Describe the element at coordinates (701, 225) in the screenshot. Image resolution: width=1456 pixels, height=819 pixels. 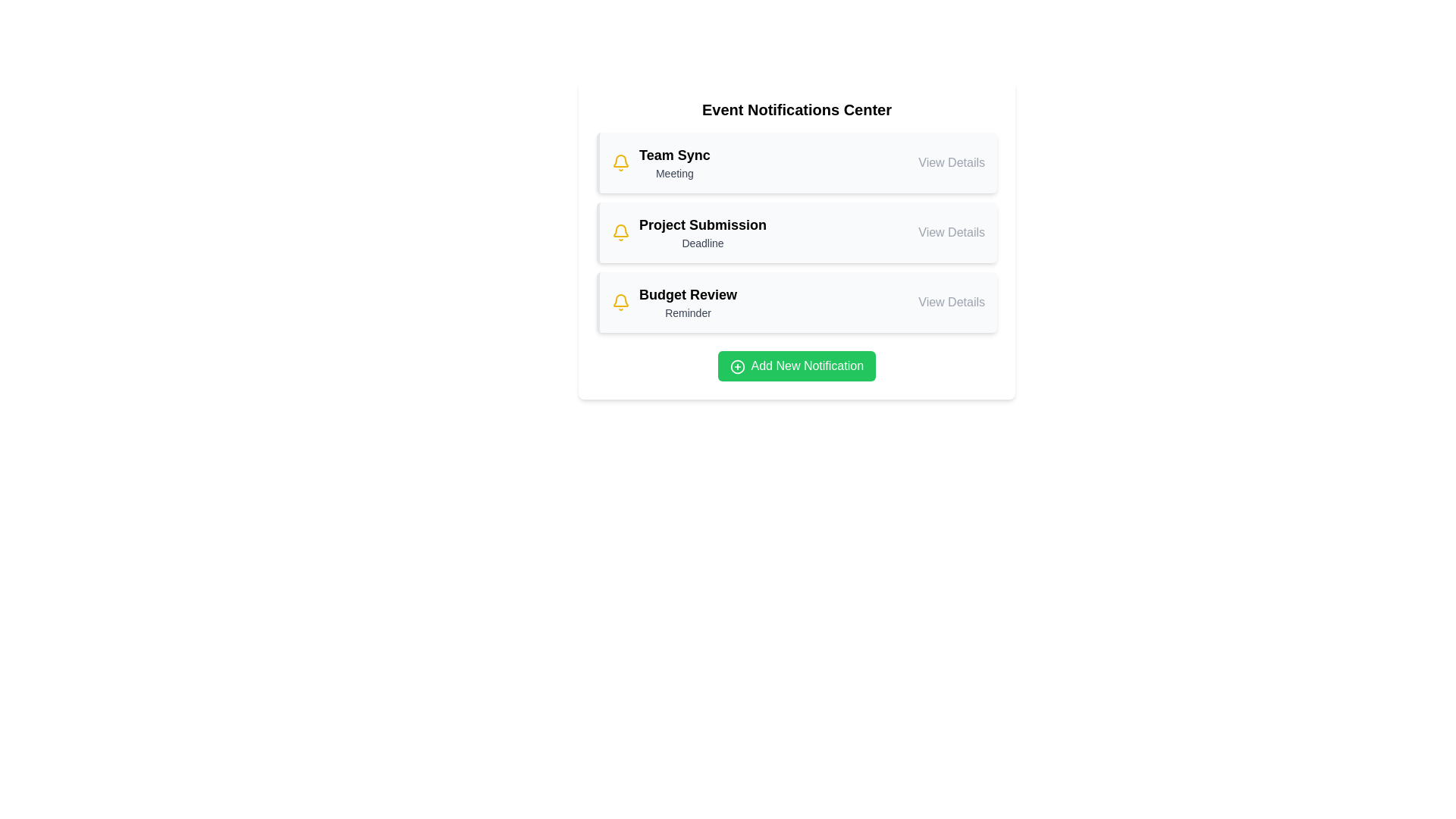
I see `the 'Project Submission' text label` at that location.